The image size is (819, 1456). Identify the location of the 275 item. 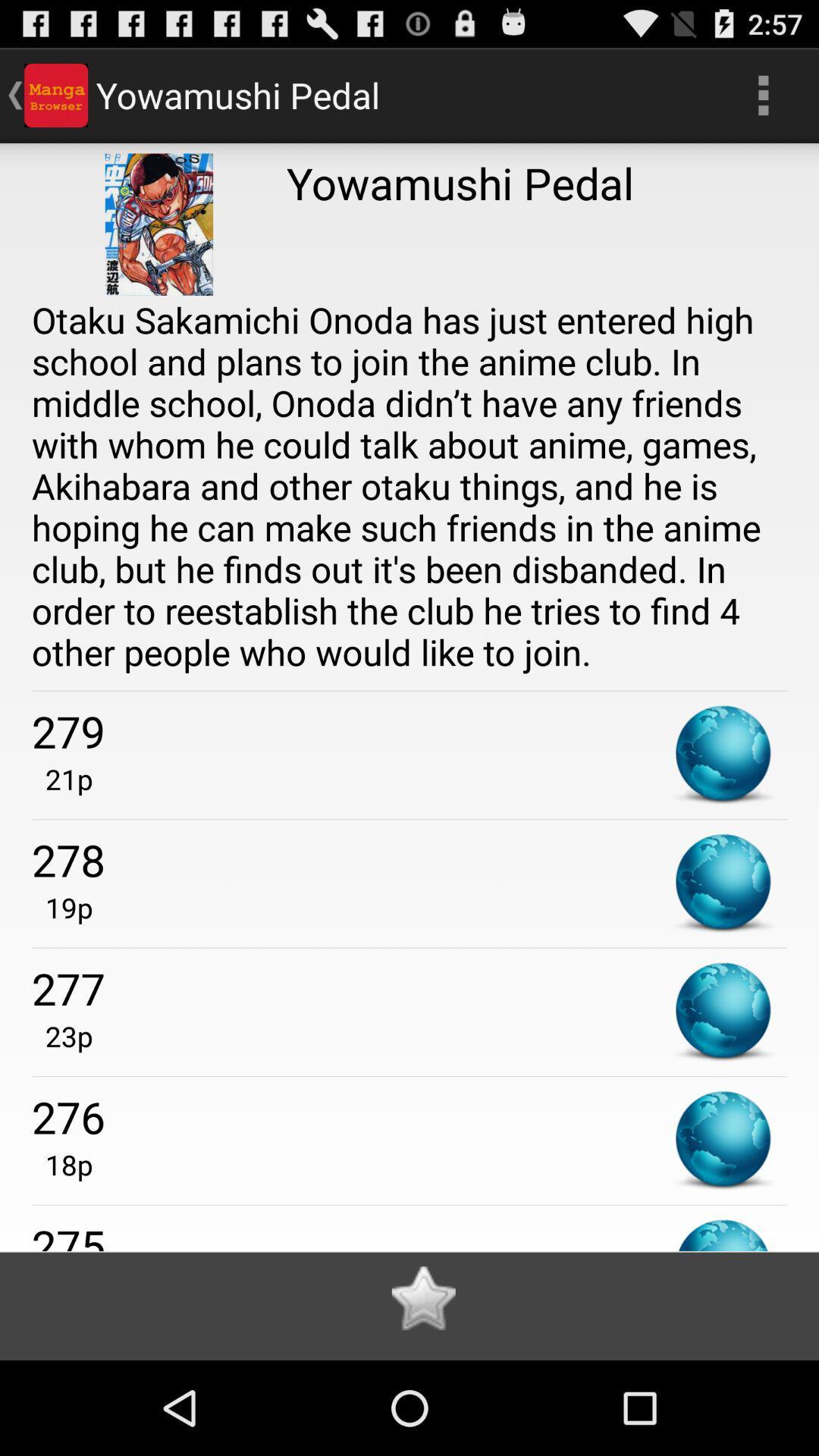
(409, 1233).